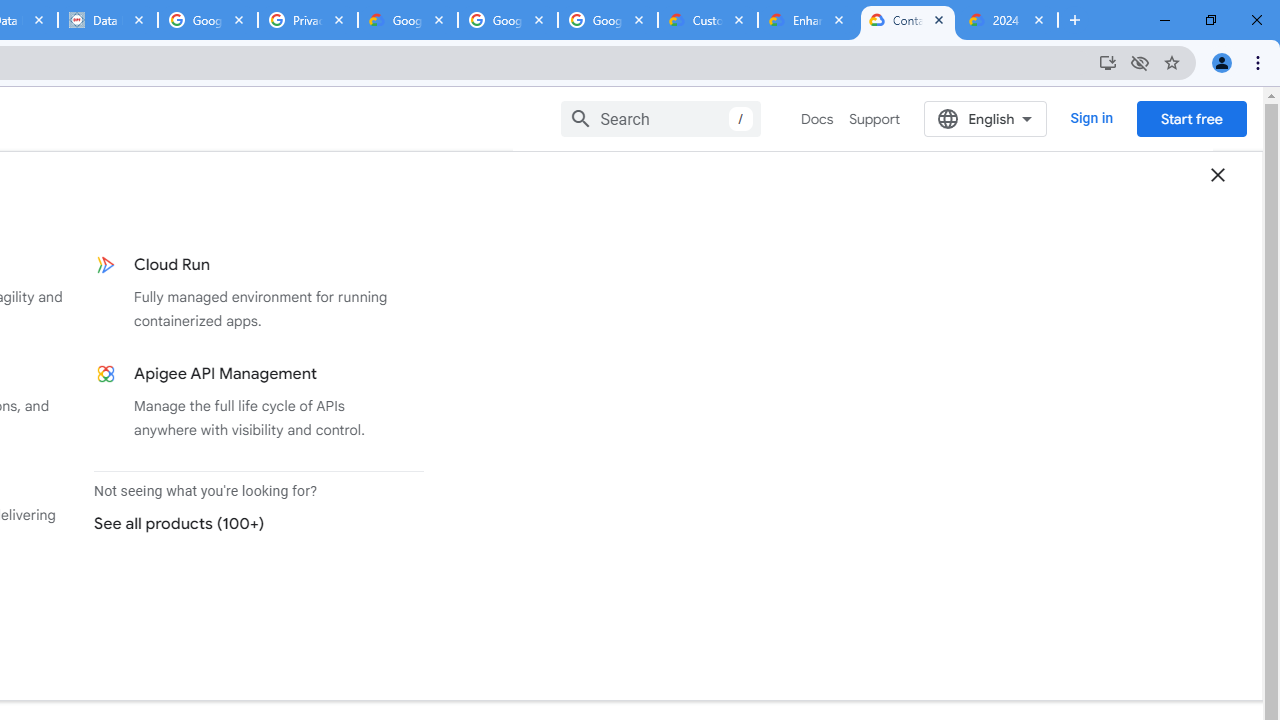 The width and height of the screenshot is (1280, 720). Describe the element at coordinates (1106, 61) in the screenshot. I see `'Install Google Cloud'` at that location.